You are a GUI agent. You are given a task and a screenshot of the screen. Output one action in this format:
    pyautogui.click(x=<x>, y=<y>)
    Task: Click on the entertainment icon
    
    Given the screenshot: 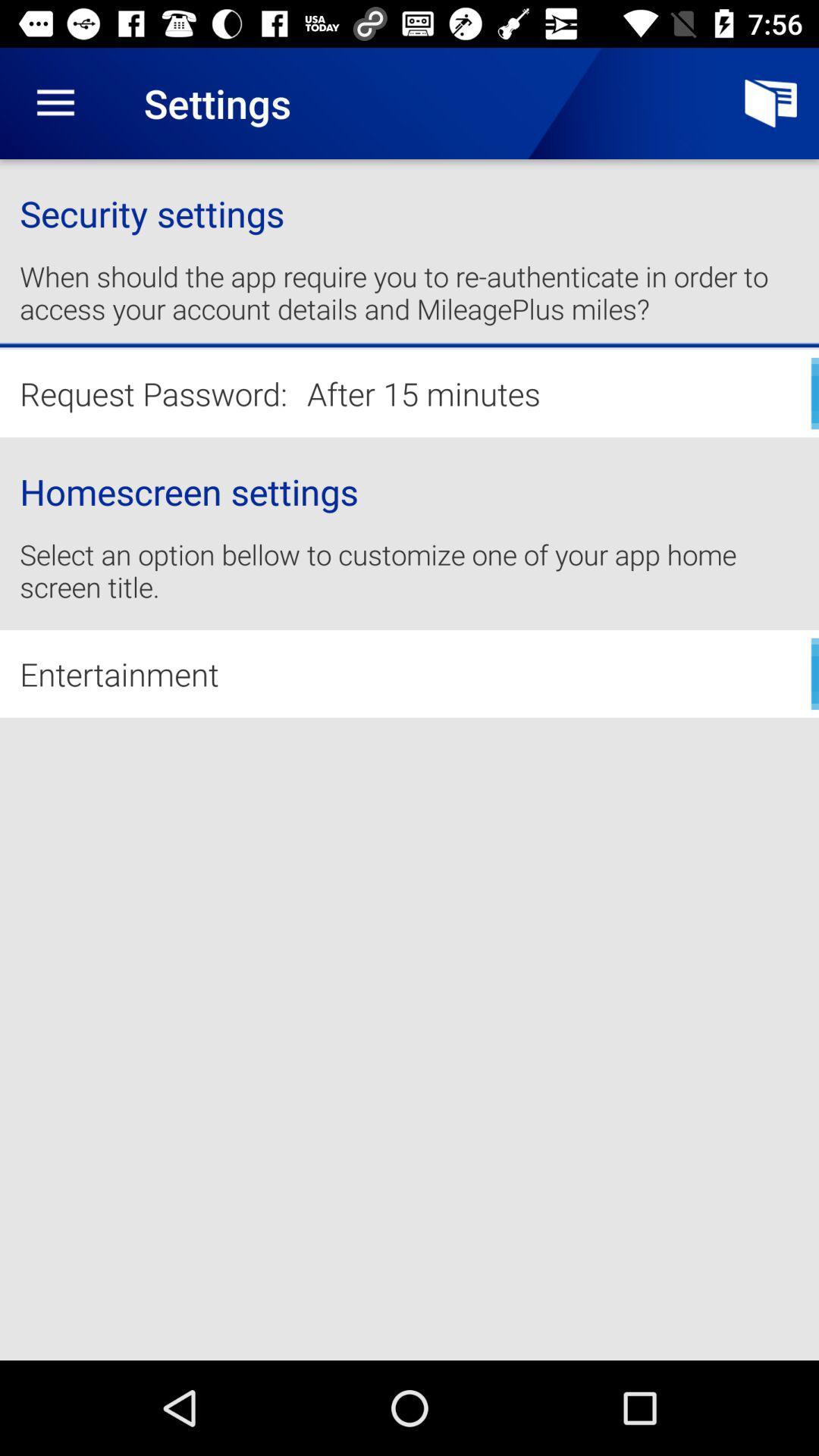 What is the action you would take?
    pyautogui.click(x=409, y=673)
    